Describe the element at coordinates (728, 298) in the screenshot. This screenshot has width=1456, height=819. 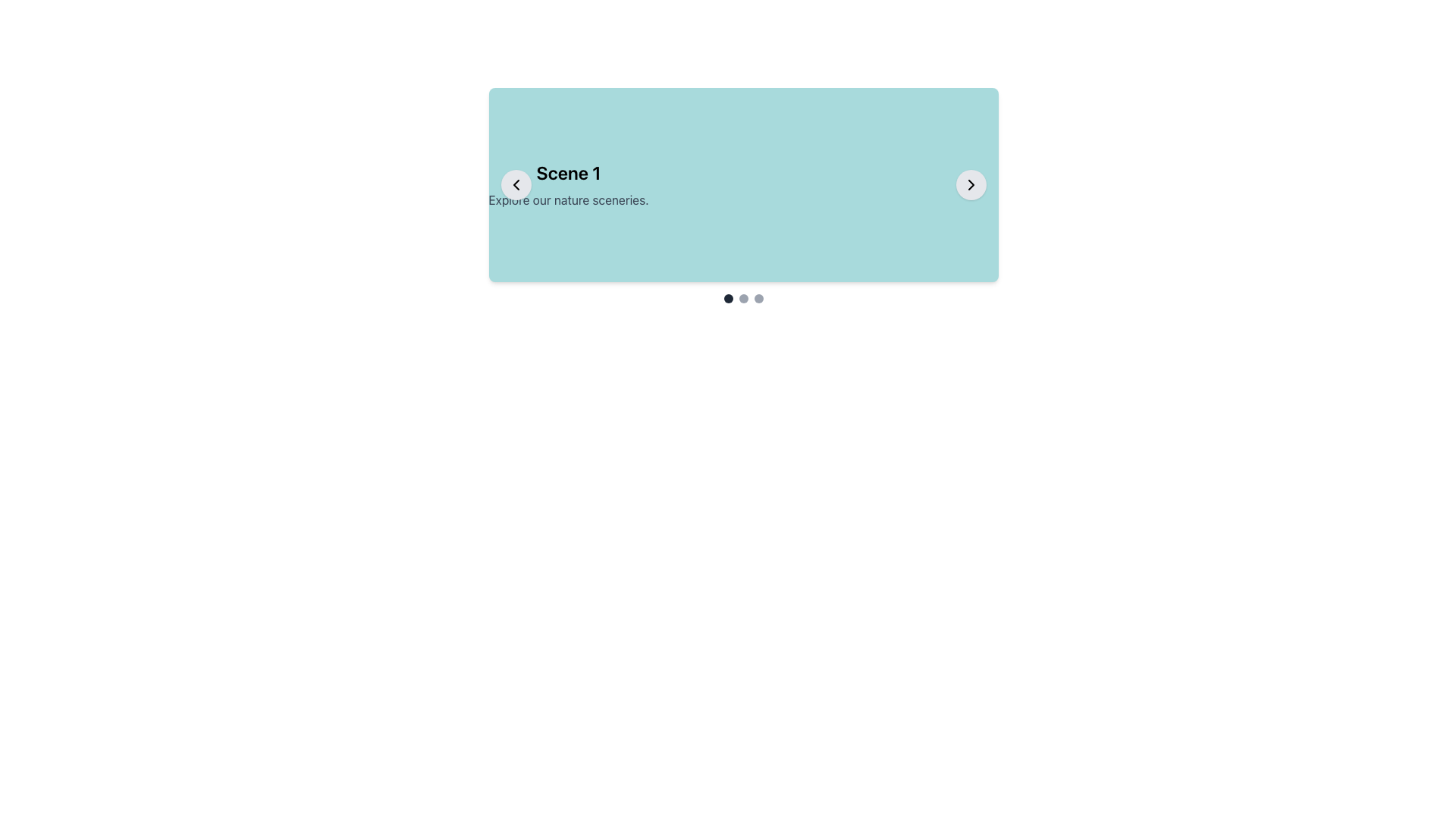
I see `the active dark gray Indicator Dot at the bottom center of the interface` at that location.